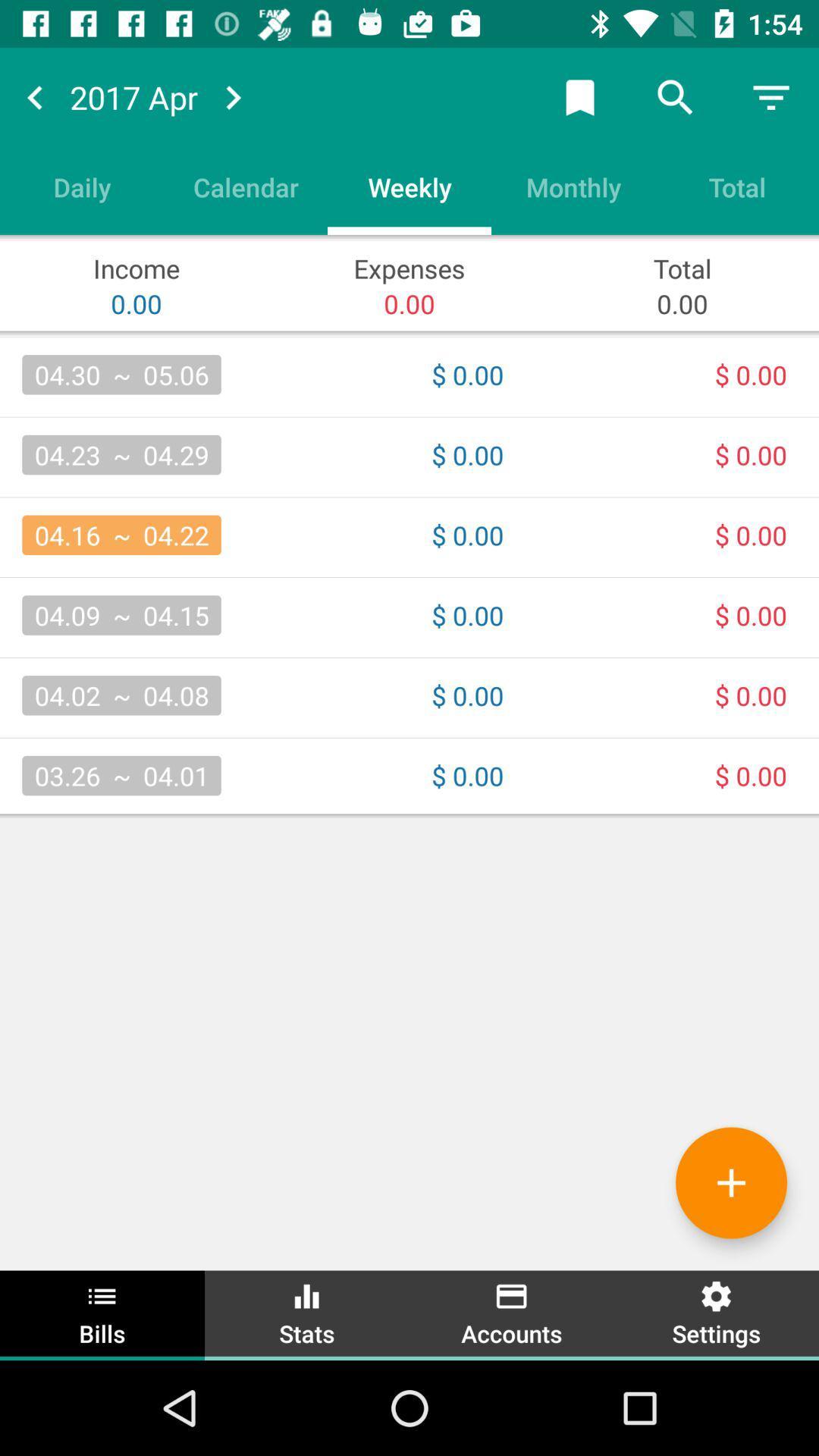 The height and width of the screenshot is (1456, 819). What do you see at coordinates (573, 186) in the screenshot?
I see `the item to the right of weekly` at bounding box center [573, 186].